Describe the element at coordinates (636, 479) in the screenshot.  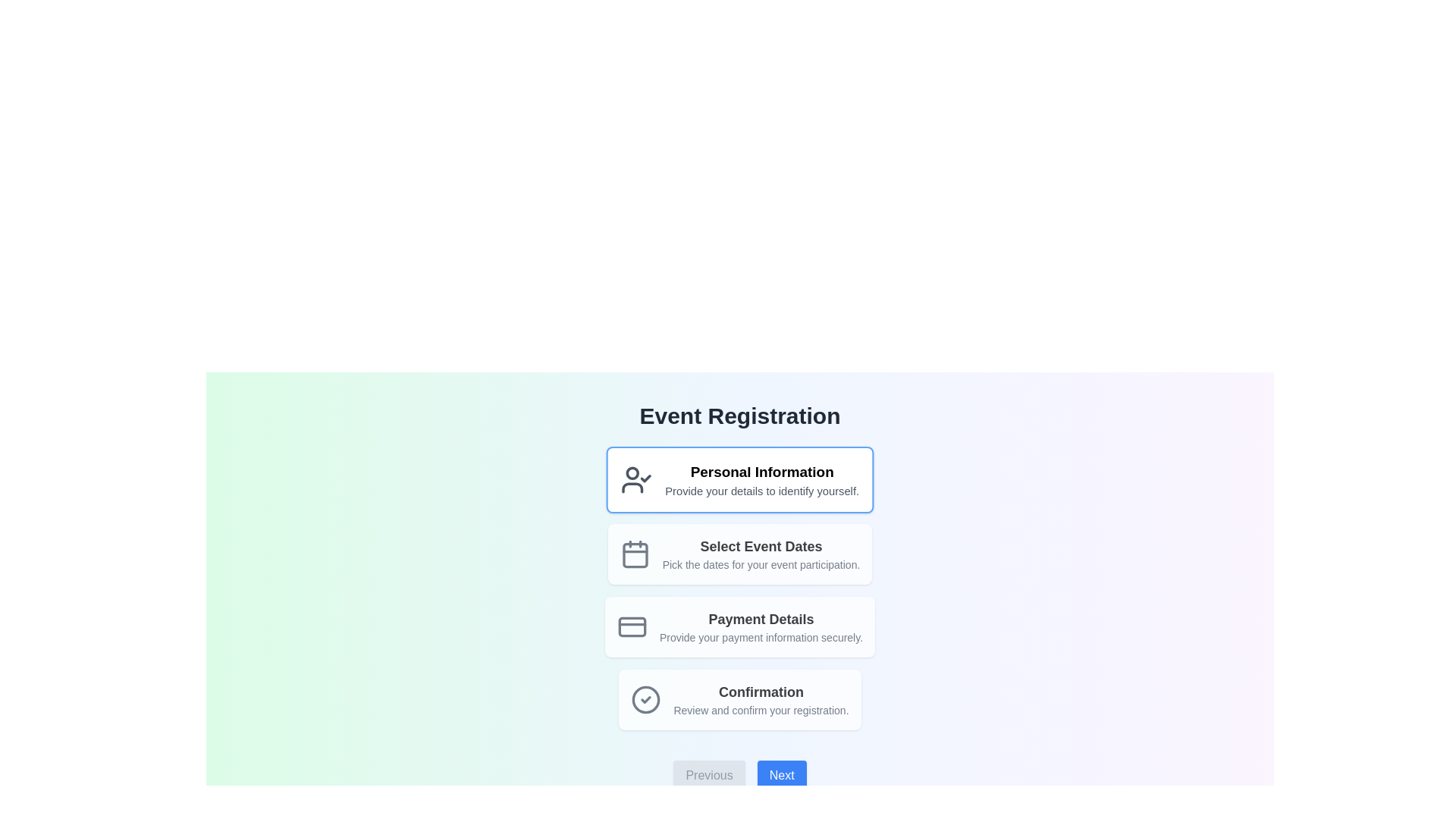
I see `the 'Personal Information' icon located at the top-left corner of the first box in the event registration steps interface` at that location.